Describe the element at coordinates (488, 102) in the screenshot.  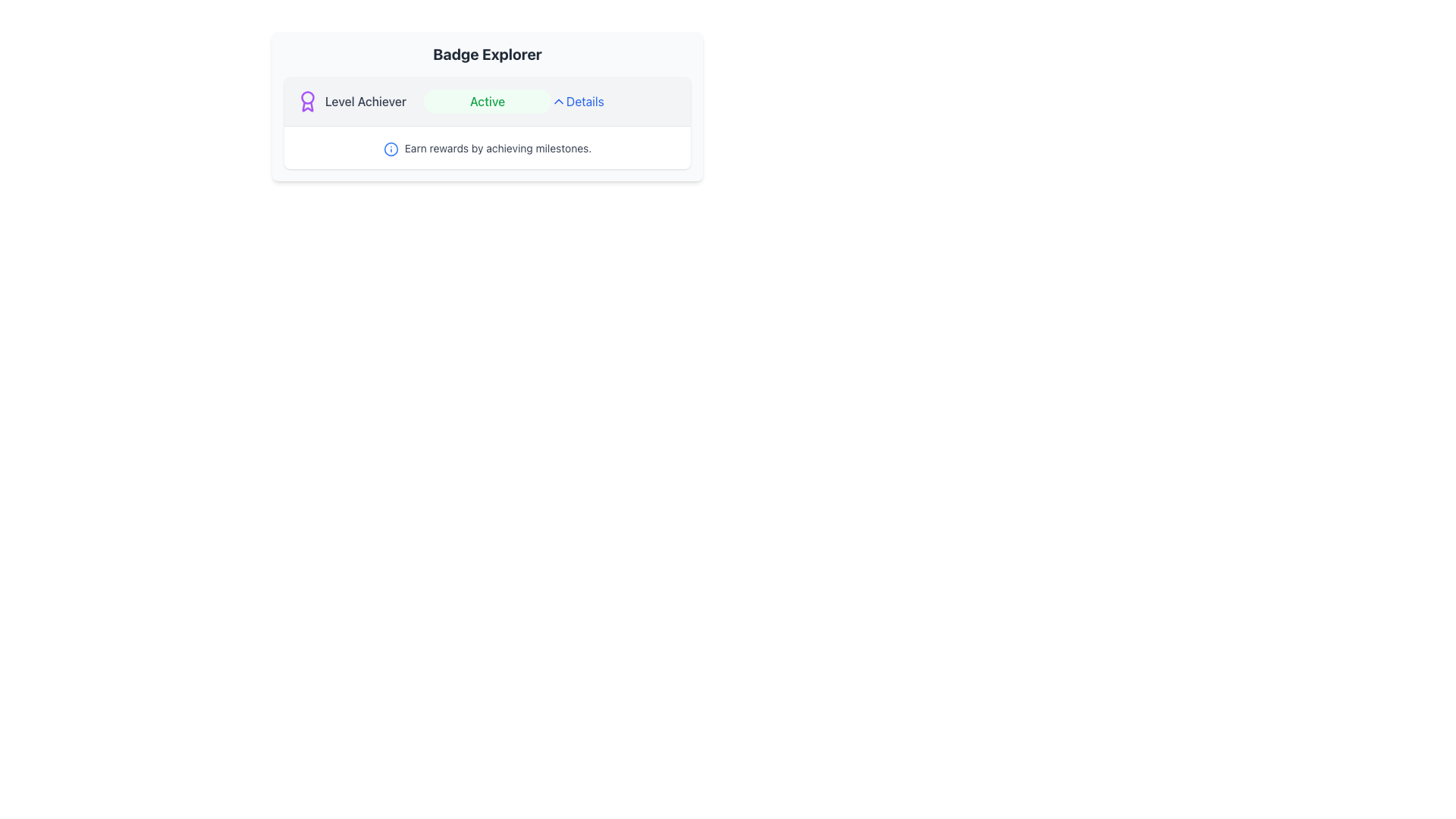
I see `the Status Label element reading 'Active', which is styled with green text and a light green rounded background, located in the center of the row between 'Level Achiever' and 'Details'` at that location.